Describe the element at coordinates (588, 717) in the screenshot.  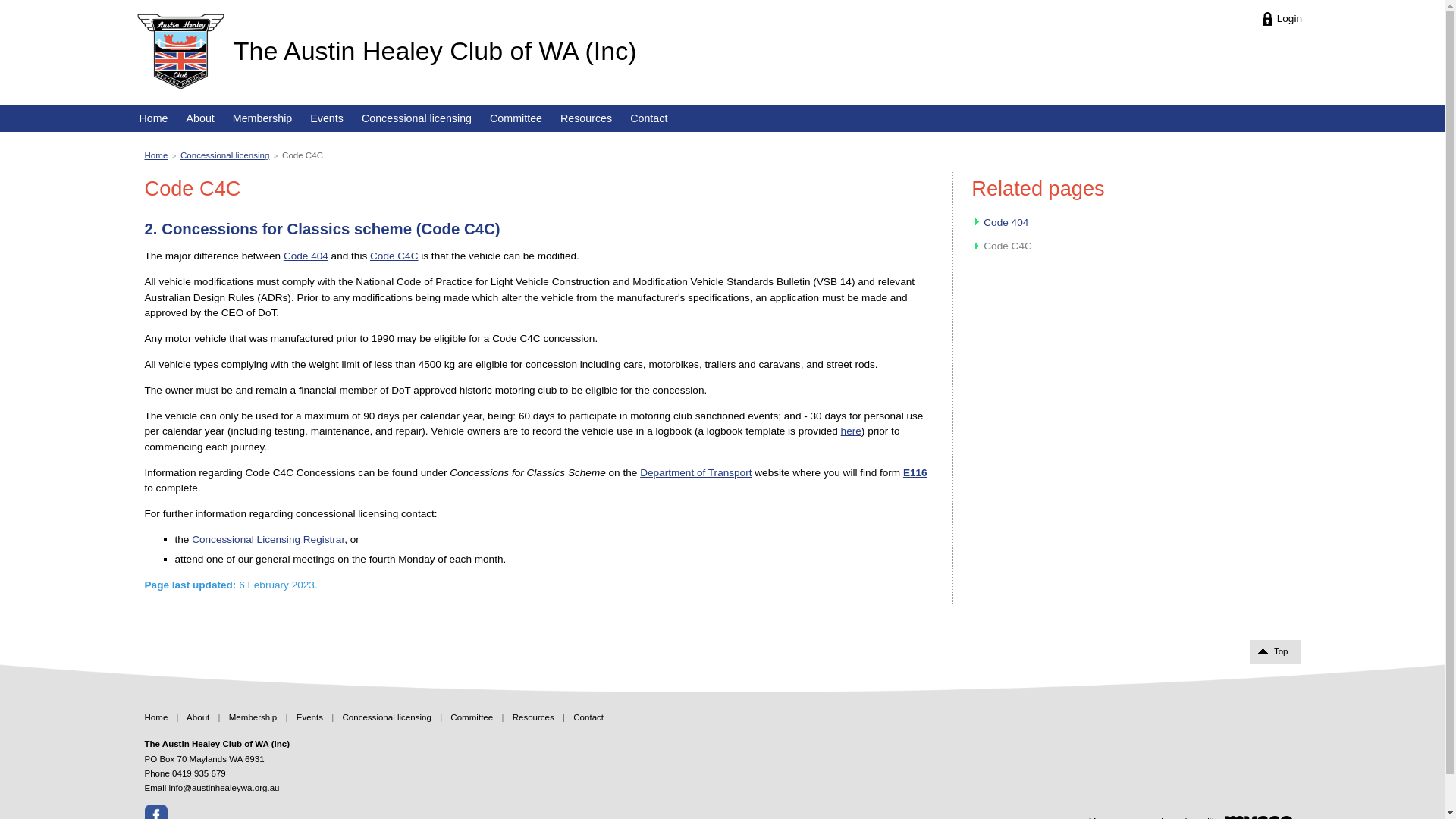
I see `'Contact'` at that location.